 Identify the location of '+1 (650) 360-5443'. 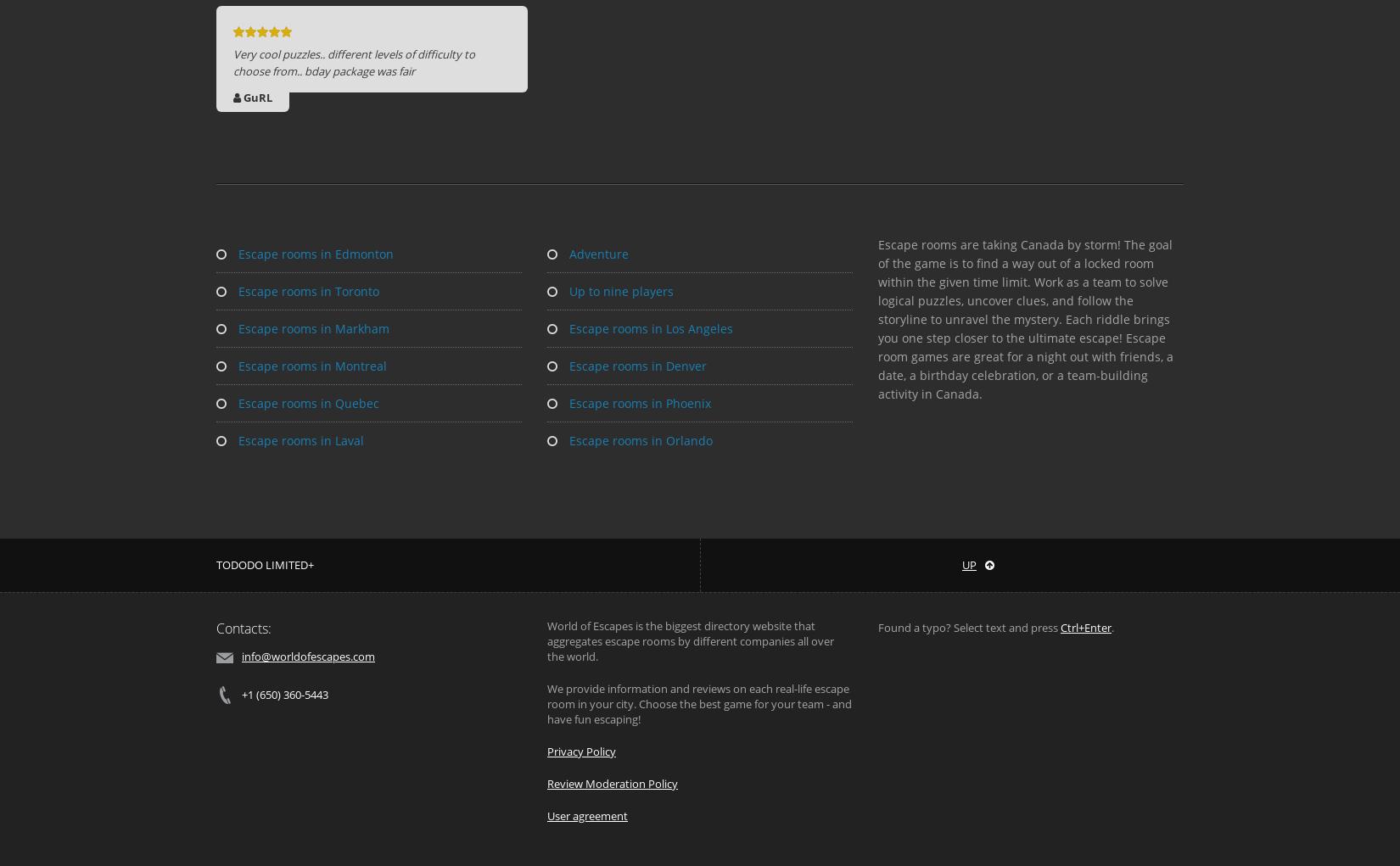
(284, 693).